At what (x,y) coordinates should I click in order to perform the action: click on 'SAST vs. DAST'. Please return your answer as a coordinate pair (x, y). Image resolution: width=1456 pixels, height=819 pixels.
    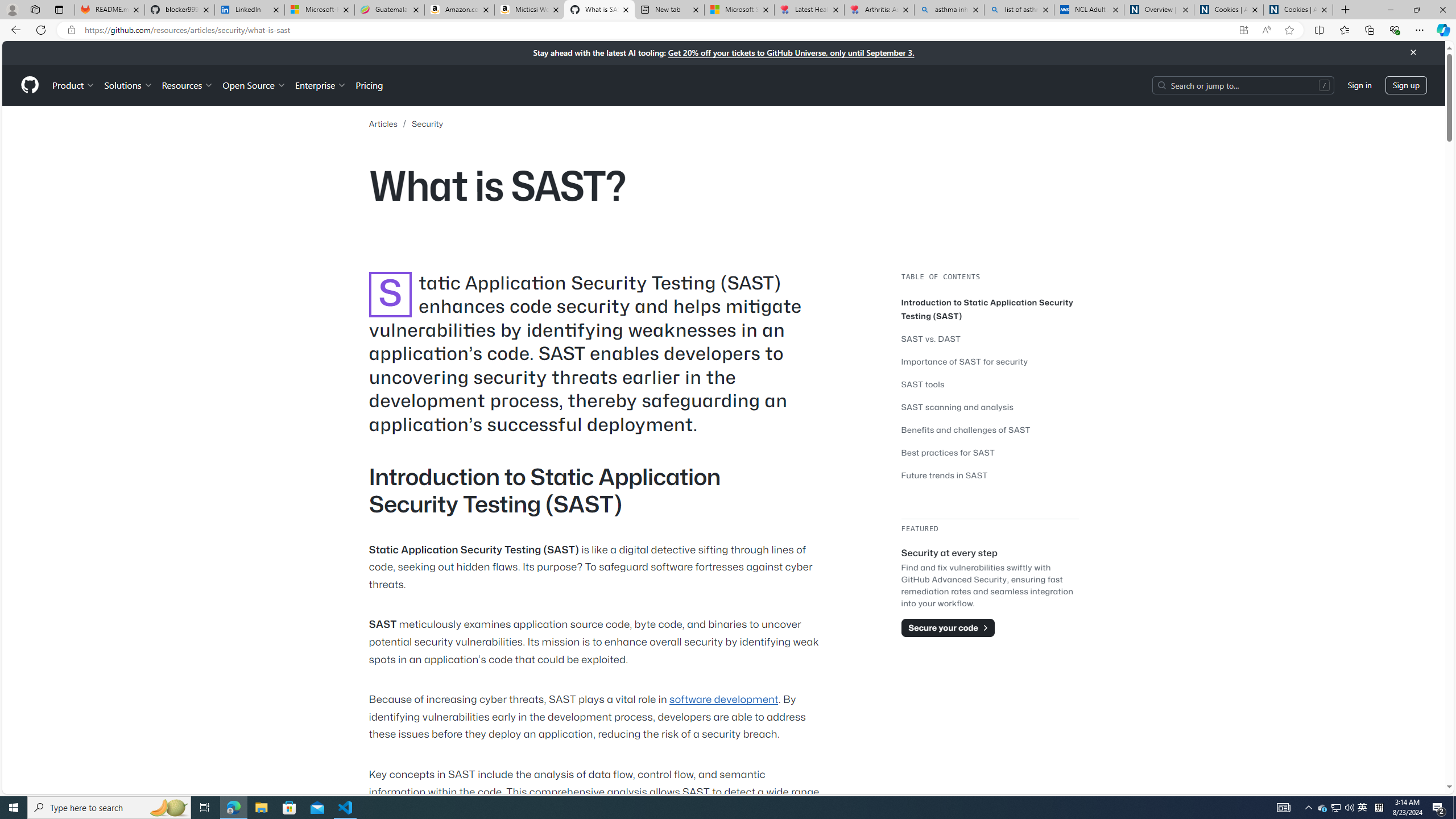
    Looking at the image, I should click on (990, 338).